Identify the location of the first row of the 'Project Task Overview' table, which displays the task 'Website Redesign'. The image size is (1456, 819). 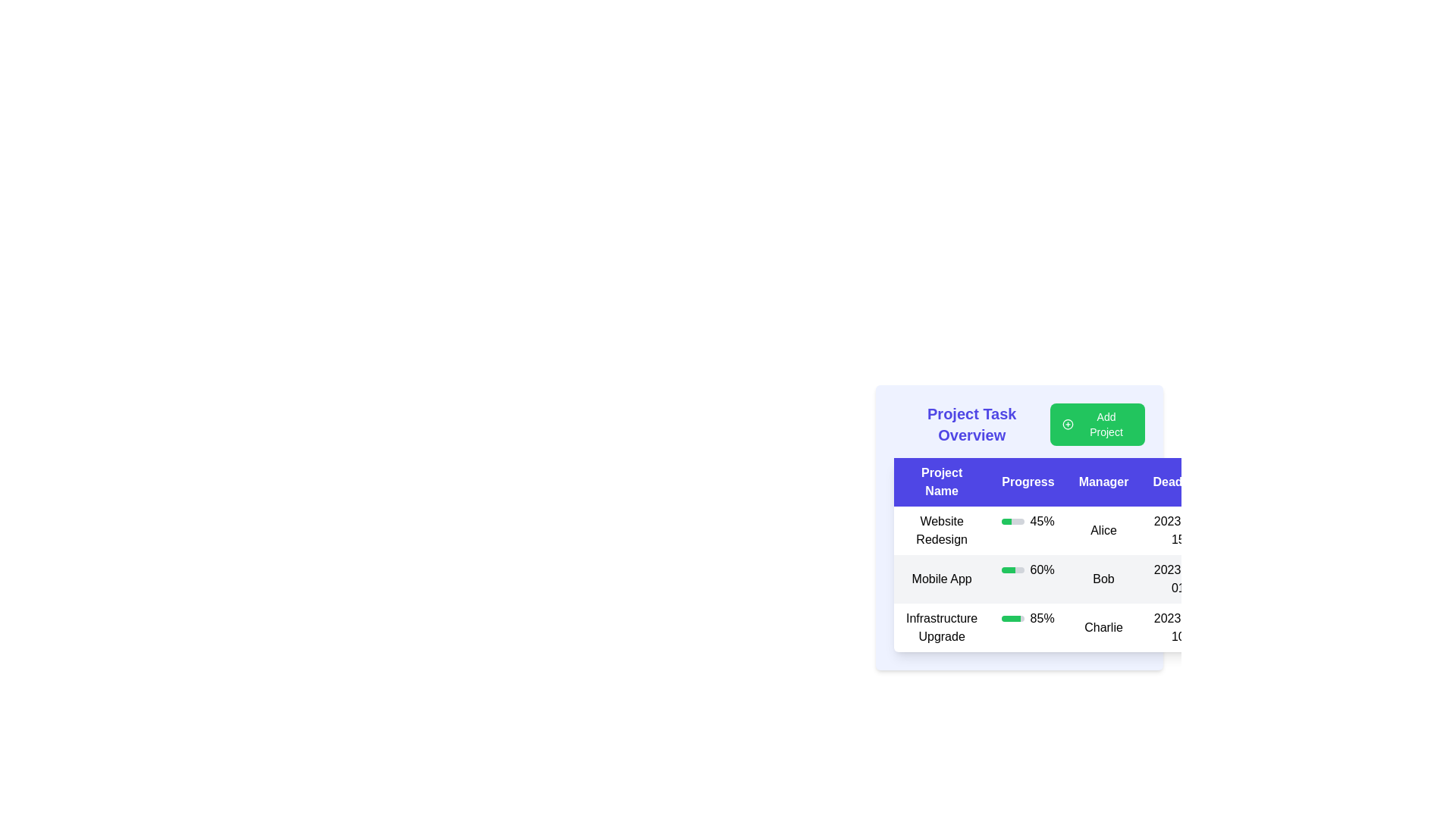
(1054, 529).